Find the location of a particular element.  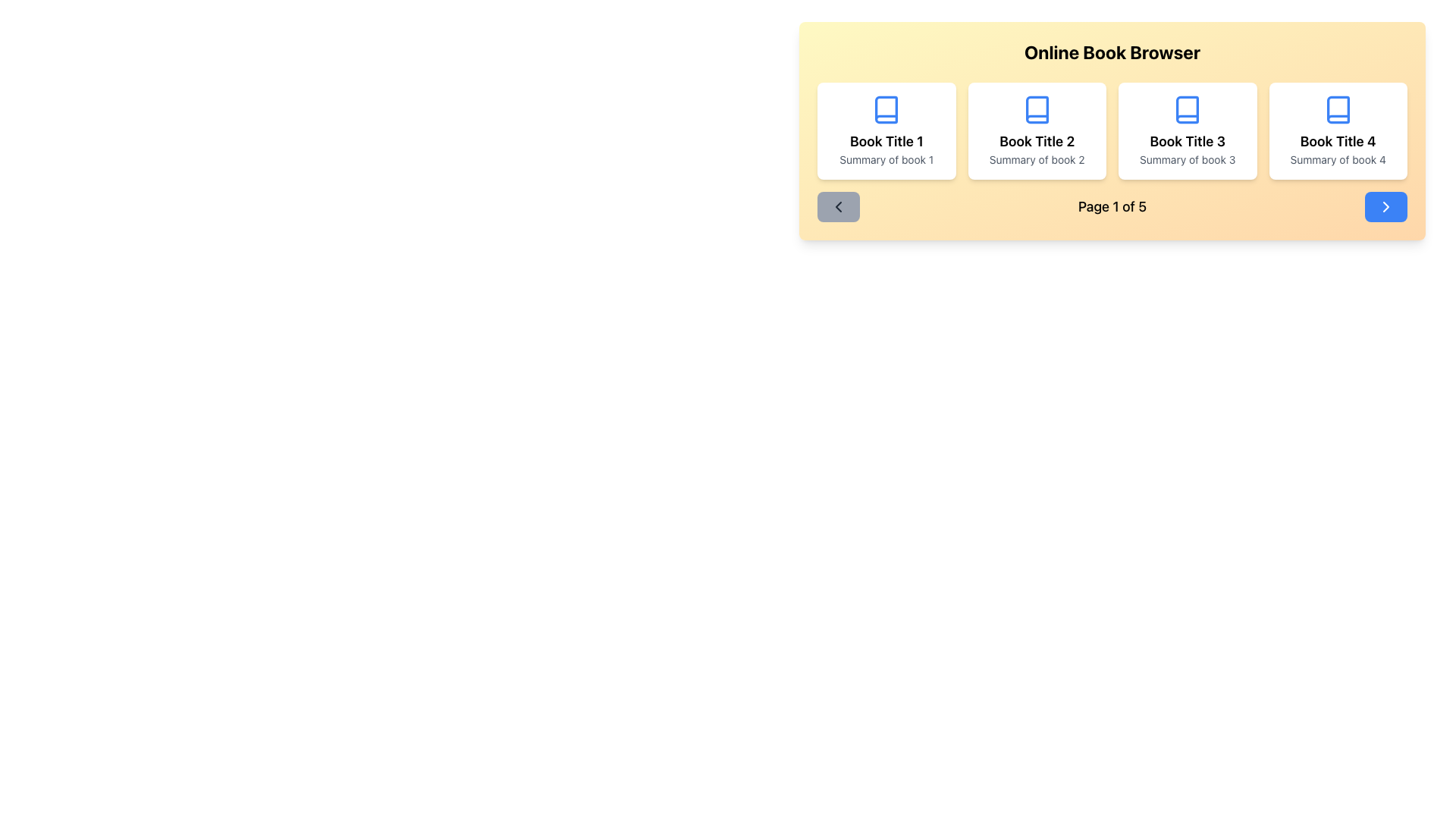

the book icon associated with 'Book Title 1' located in the second card of the horizontally scrollable list is located at coordinates (886, 109).